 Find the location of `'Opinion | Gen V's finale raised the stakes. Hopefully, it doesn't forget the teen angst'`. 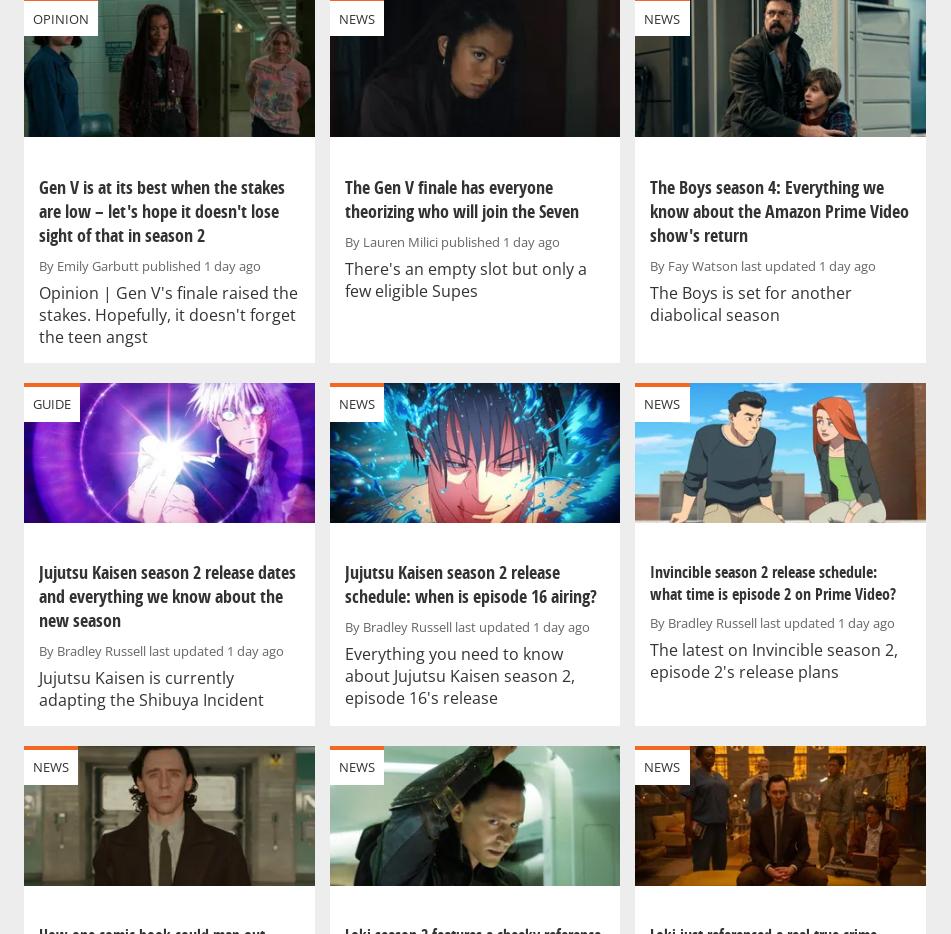

'Opinion | Gen V's finale raised the stakes. Hopefully, it doesn't forget the teen angst' is located at coordinates (168, 313).